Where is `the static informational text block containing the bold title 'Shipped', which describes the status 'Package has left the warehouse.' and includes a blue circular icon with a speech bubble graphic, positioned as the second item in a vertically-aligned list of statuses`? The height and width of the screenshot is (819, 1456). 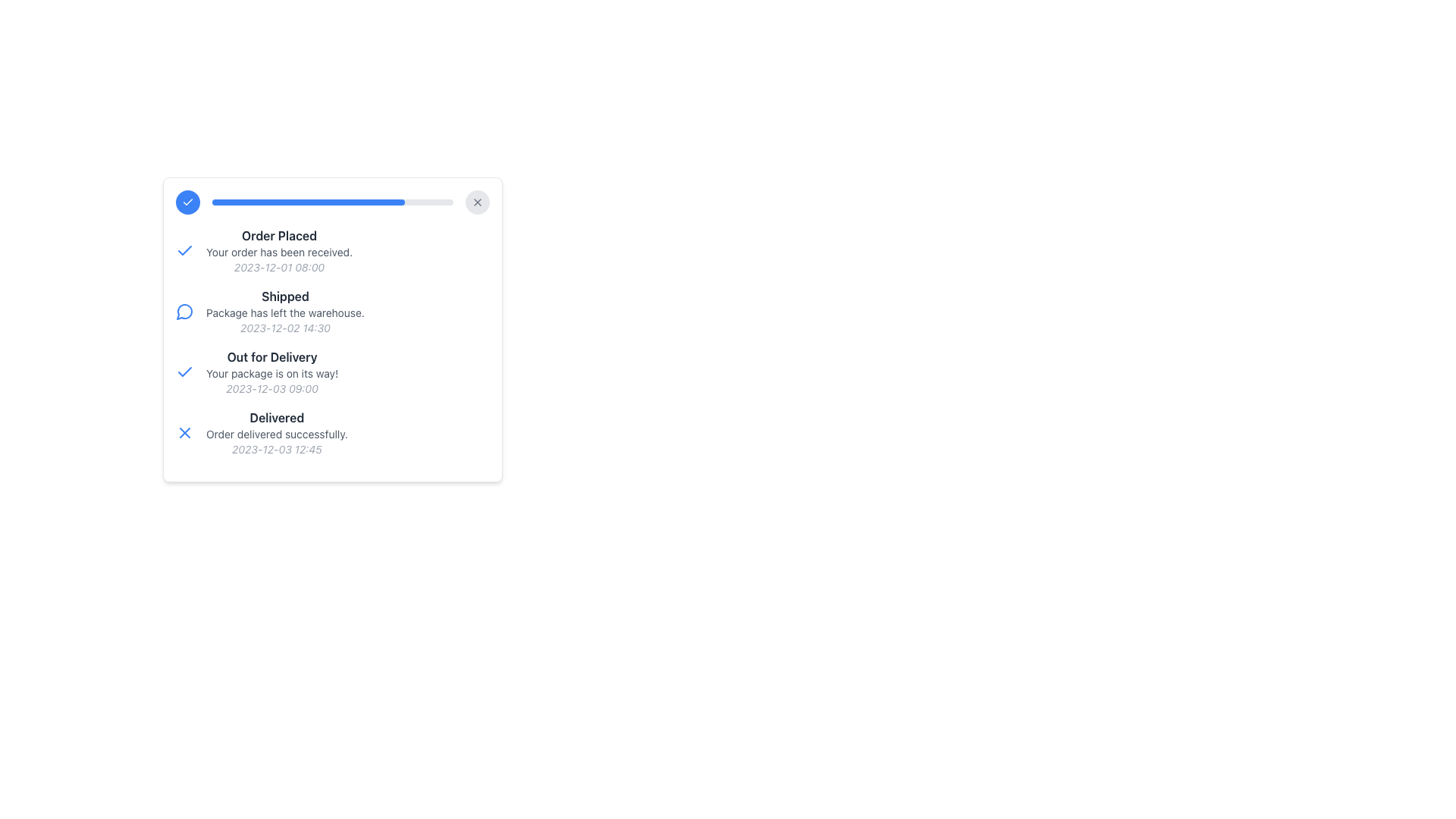
the static informational text block containing the bold title 'Shipped', which describes the status 'Package has left the warehouse.' and includes a blue circular icon with a speech bubble graphic, positioned as the second item in a vertically-aligned list of statuses is located at coordinates (331, 311).